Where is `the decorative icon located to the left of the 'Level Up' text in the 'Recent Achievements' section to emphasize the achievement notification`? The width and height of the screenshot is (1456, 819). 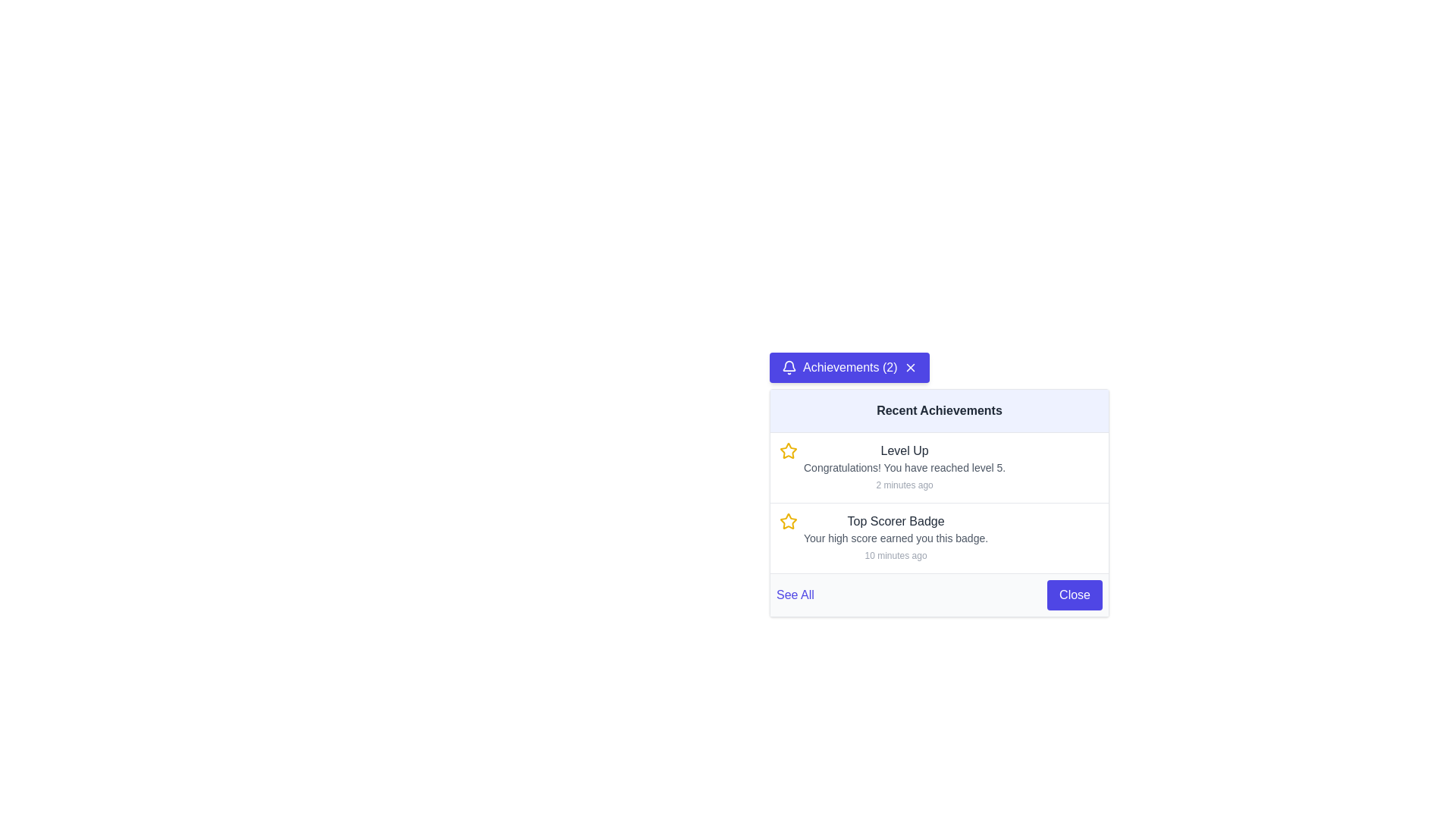 the decorative icon located to the left of the 'Level Up' text in the 'Recent Achievements' section to emphasize the achievement notification is located at coordinates (789, 520).